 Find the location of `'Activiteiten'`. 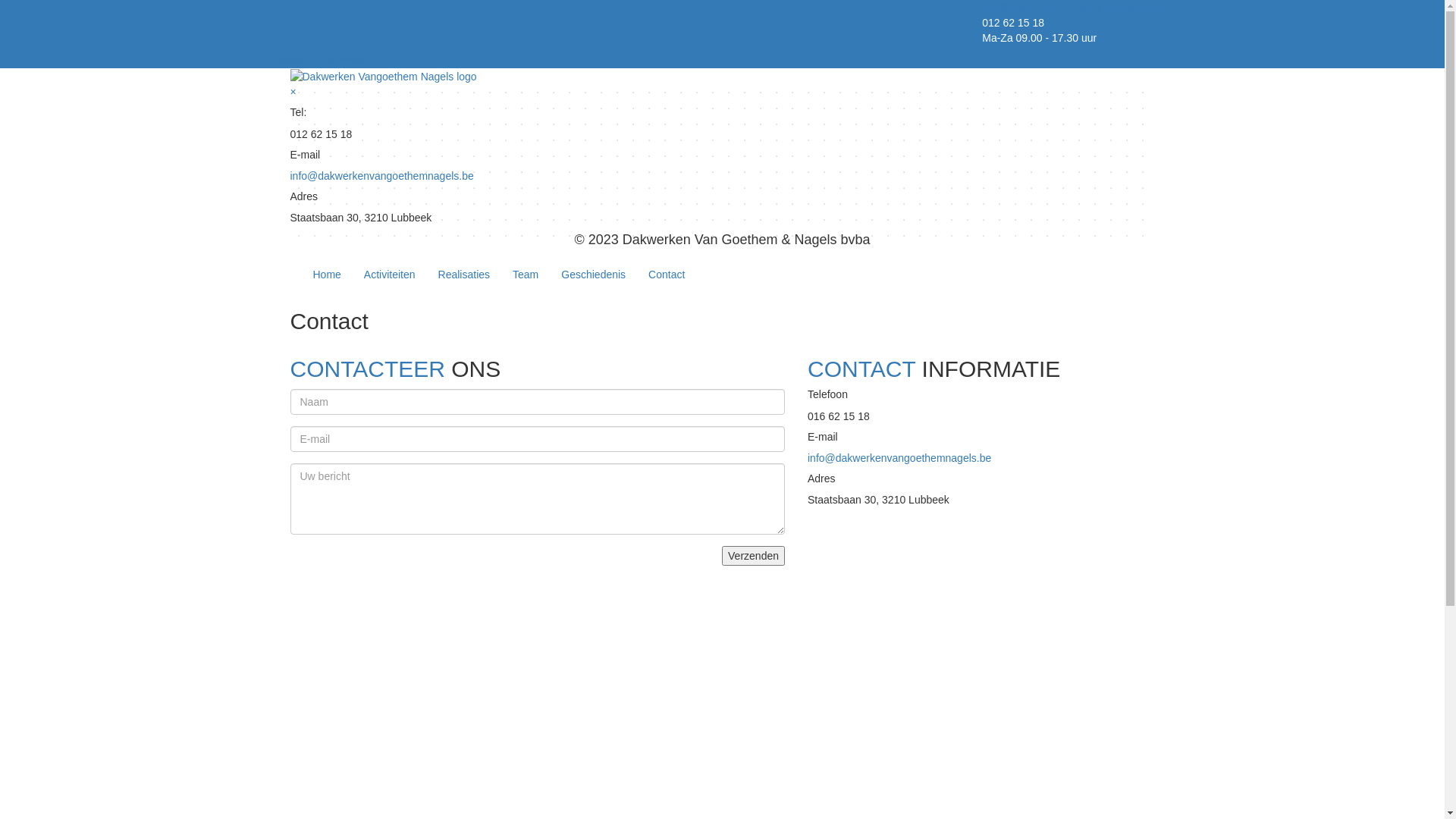

'Activiteiten' is located at coordinates (352, 275).